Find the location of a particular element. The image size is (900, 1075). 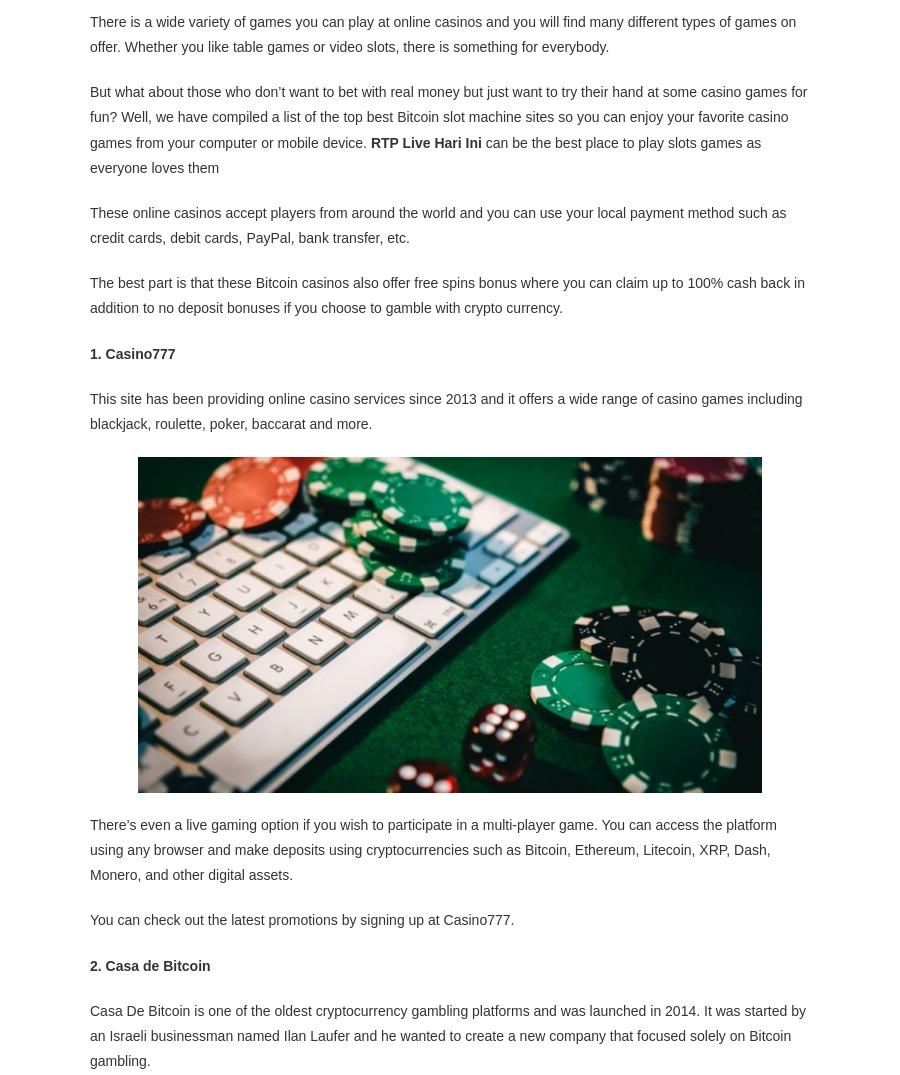

'There’s even a live gaming option if you wish to participate in a multi-player game. You can access the platform using any browser and make deposits using cryptocurrencies such as Bitcoin, Ethereum, Litecoin, XRP, Dash, Monero, and other digital assets.' is located at coordinates (432, 849).